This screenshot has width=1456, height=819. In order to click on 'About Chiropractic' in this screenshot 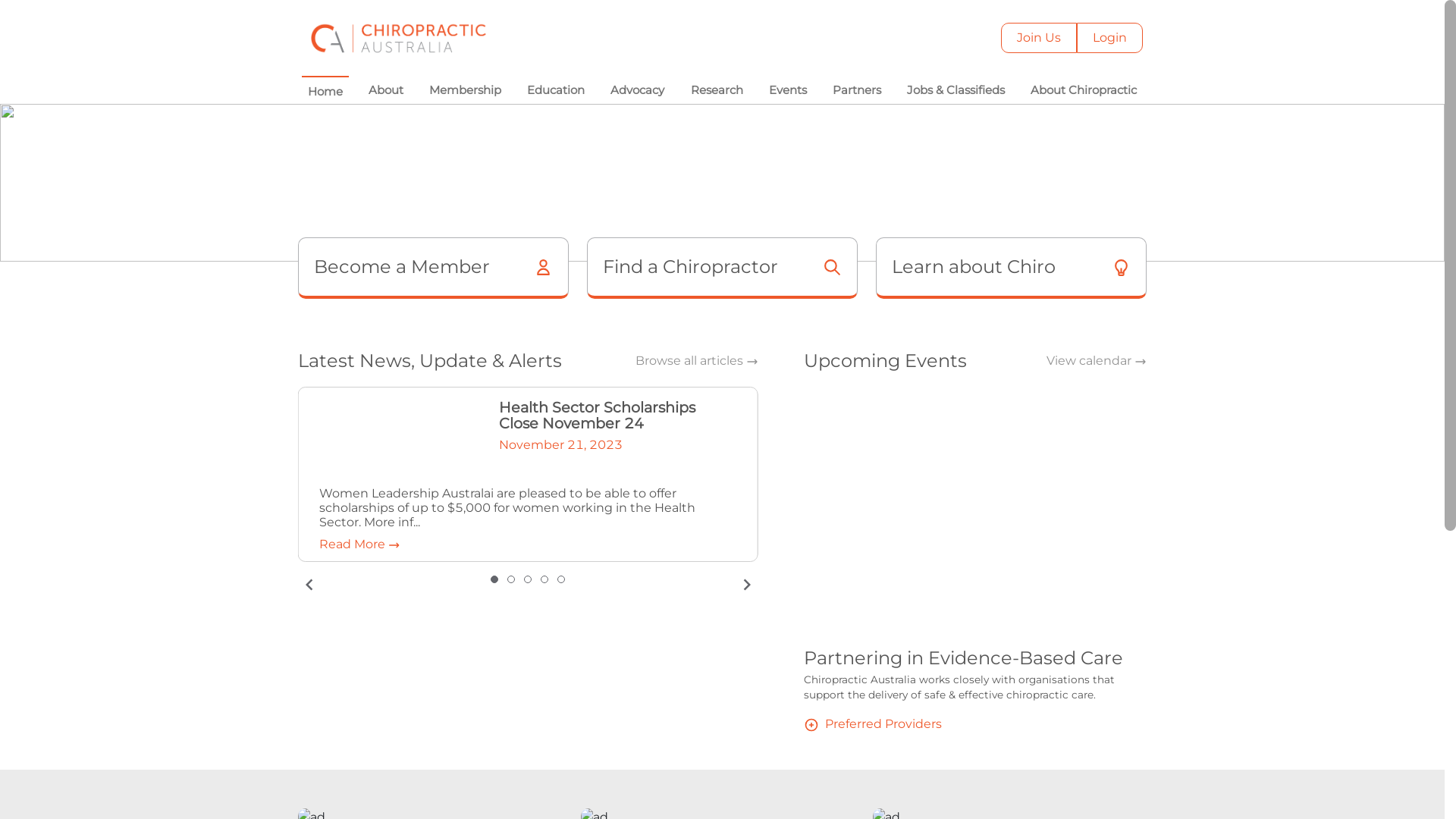, I will do `click(1024, 90)`.